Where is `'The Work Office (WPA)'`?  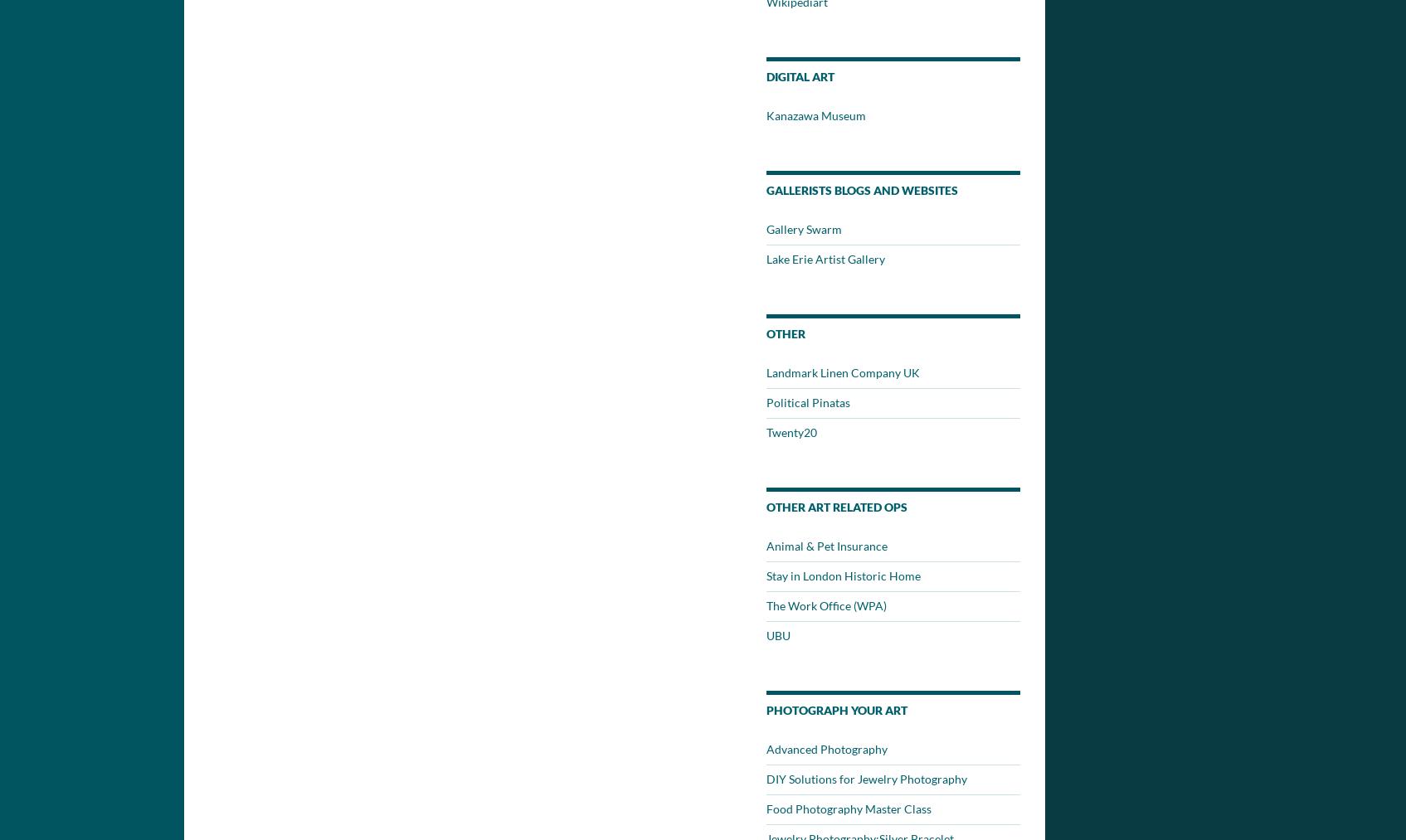
'The Work Office (WPA)' is located at coordinates (825, 605).